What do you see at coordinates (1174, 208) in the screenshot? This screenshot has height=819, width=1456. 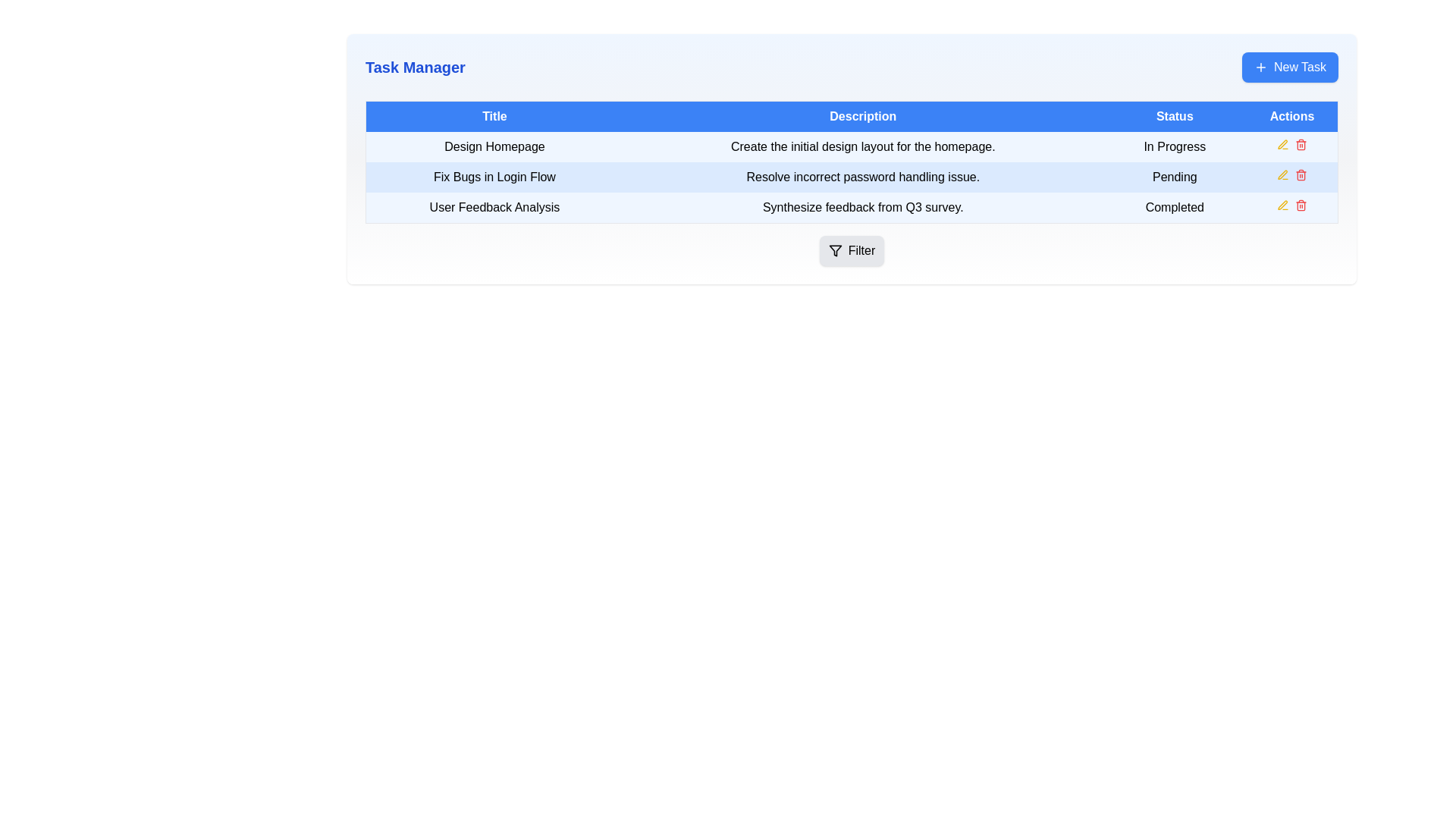 I see `displayed text from the 'Status' column for the 'User Feedback Analysis' task, which is the third entry in the row` at bounding box center [1174, 208].